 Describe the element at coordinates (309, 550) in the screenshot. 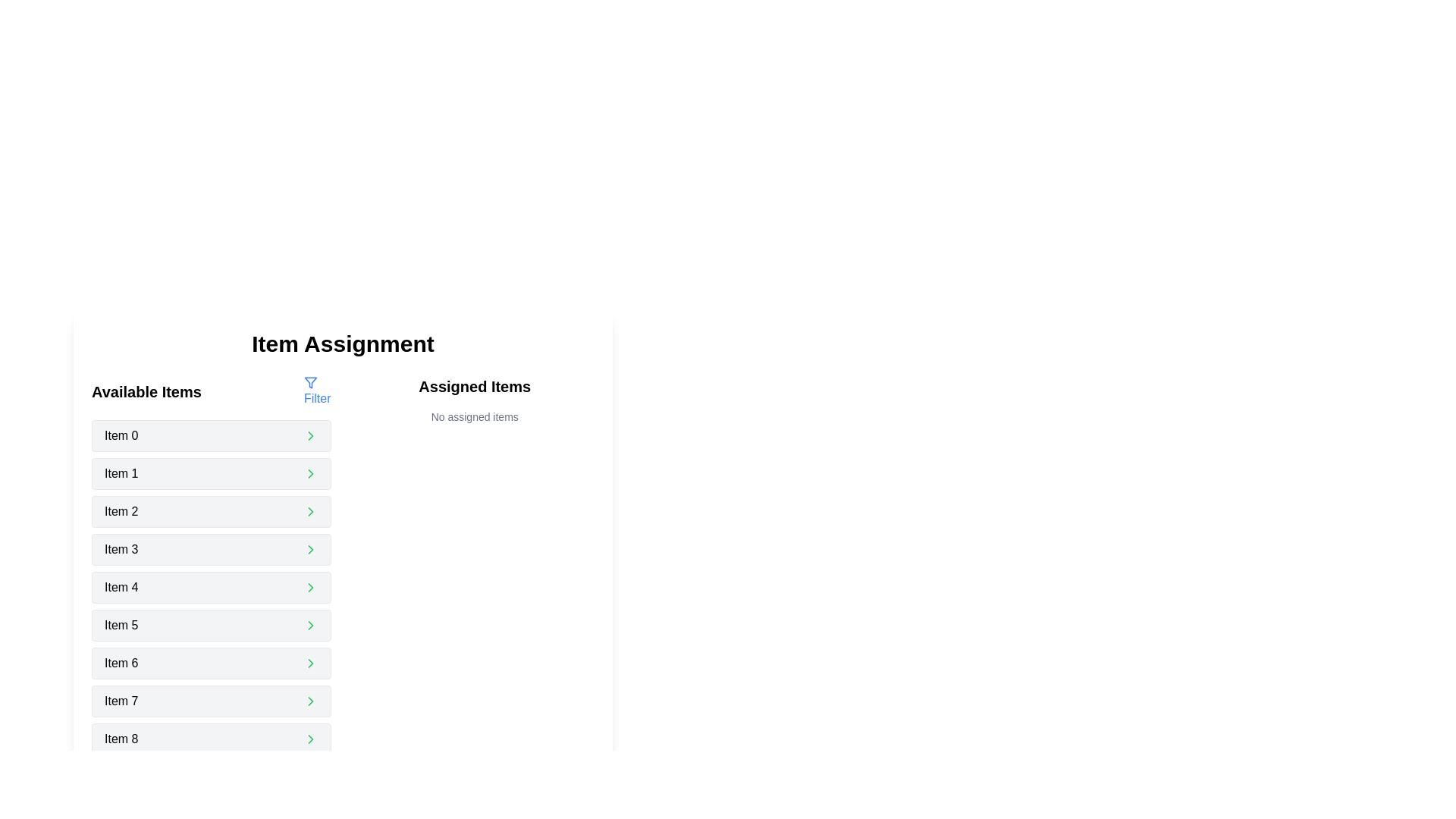

I see `the chevron icon associated with 'Item 3' in the 'Available Items' section` at that location.